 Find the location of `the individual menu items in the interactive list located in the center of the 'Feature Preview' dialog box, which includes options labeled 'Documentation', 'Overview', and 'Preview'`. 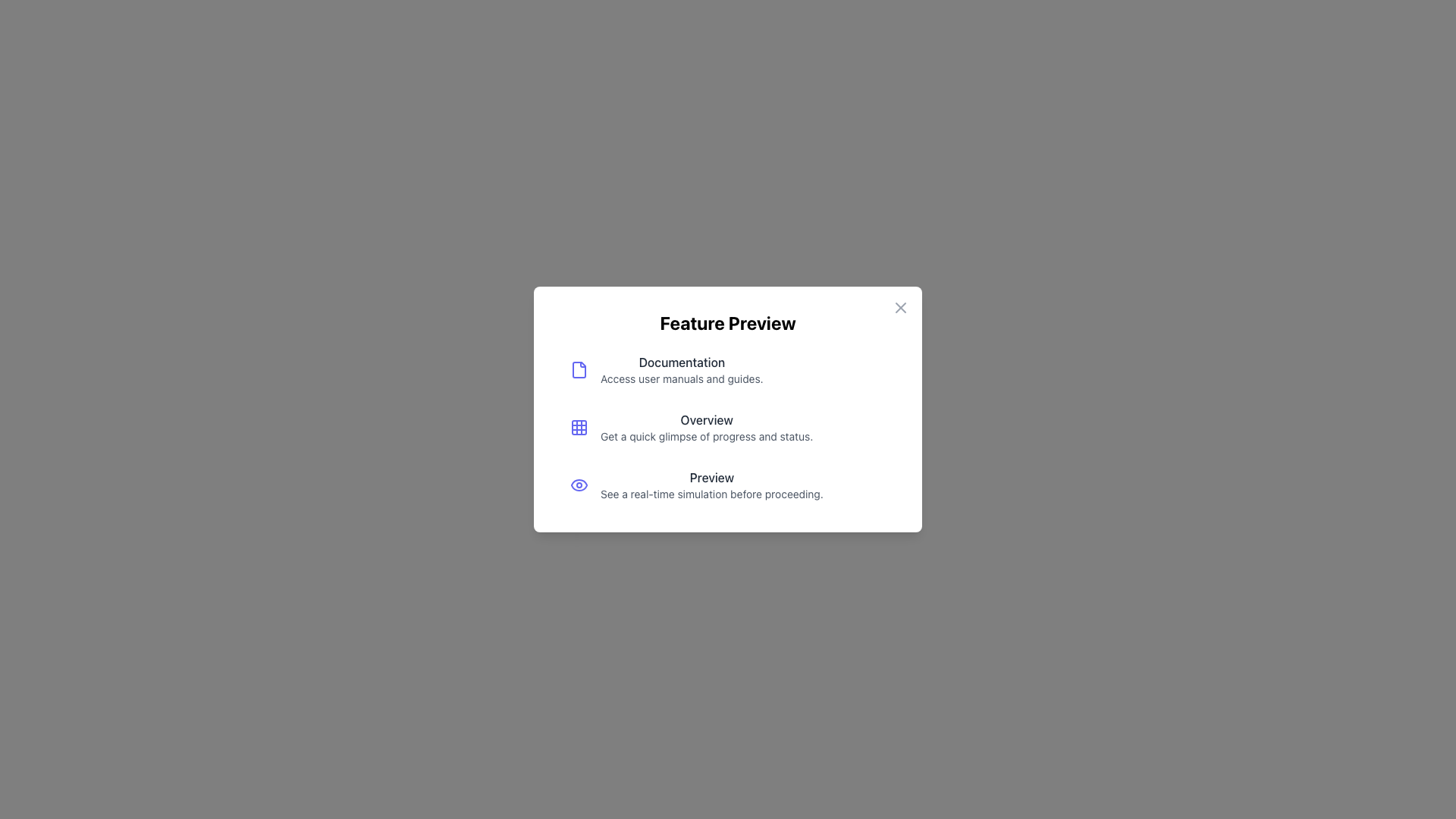

the individual menu items in the interactive list located in the center of the 'Feature Preview' dialog box, which includes options labeled 'Documentation', 'Overview', and 'Preview' is located at coordinates (728, 427).